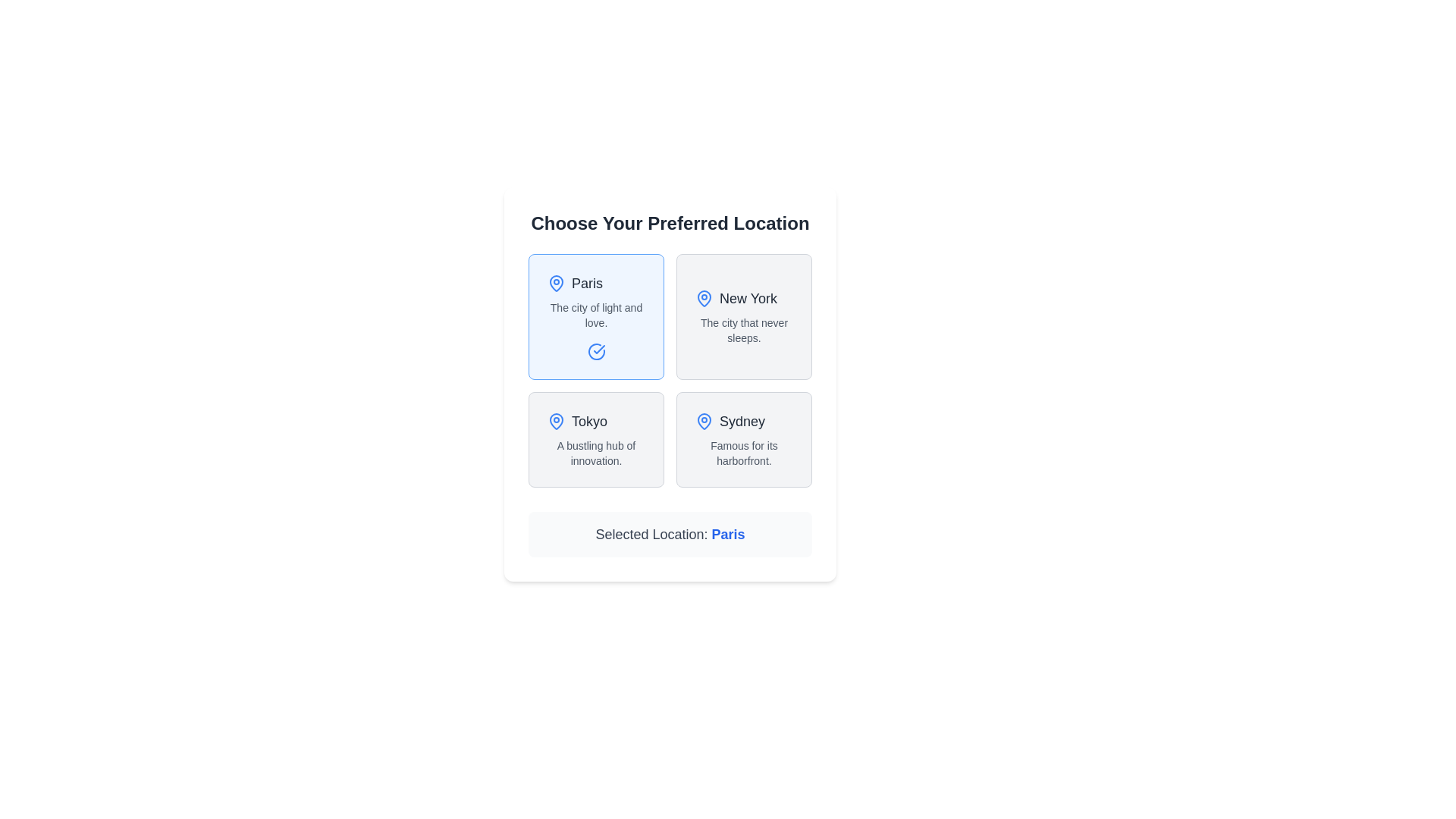  What do you see at coordinates (744, 439) in the screenshot?
I see `the button that represents the selectable option for the location 'Sydney' to mark it as the chosen location` at bounding box center [744, 439].